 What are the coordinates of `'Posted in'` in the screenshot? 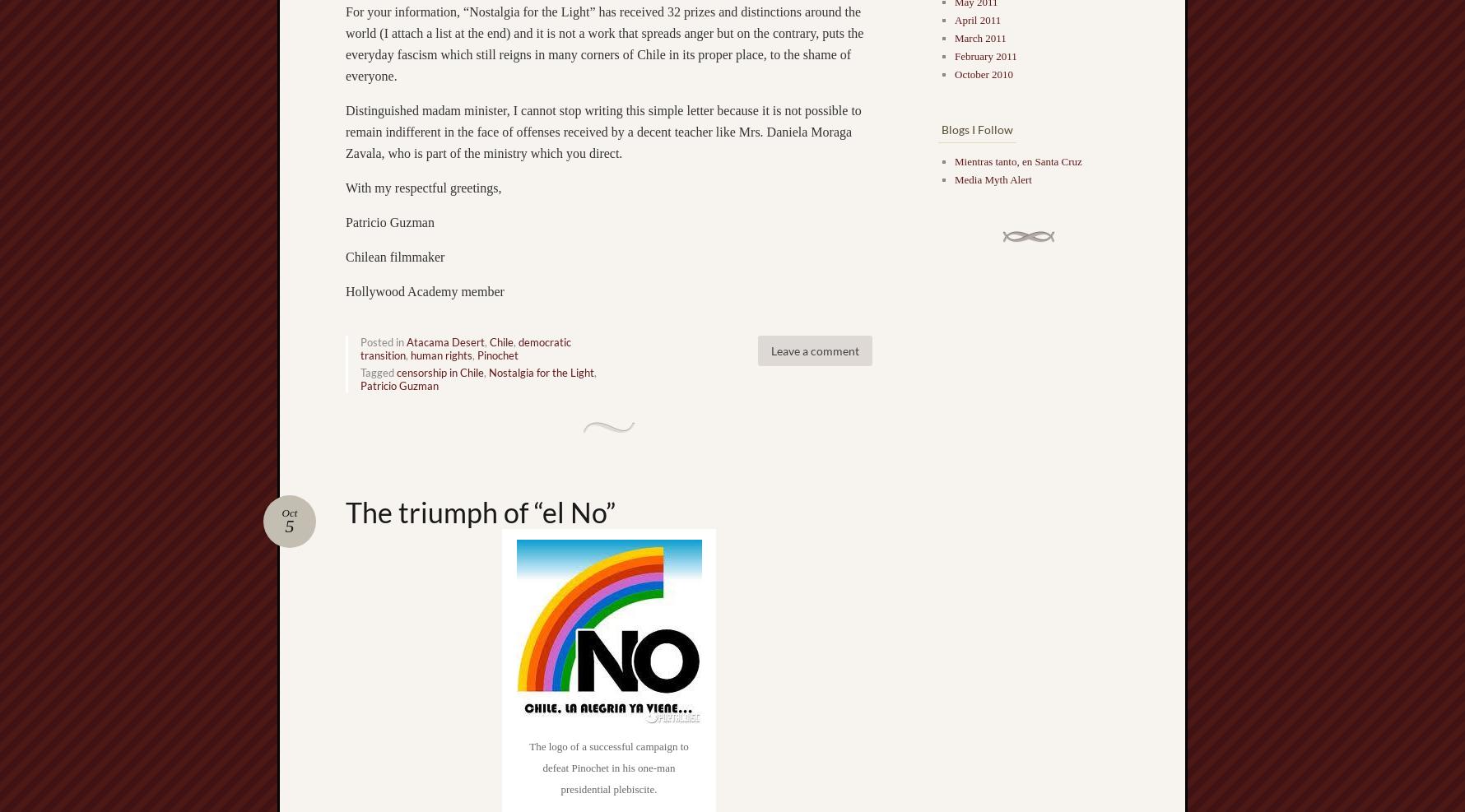 It's located at (360, 341).